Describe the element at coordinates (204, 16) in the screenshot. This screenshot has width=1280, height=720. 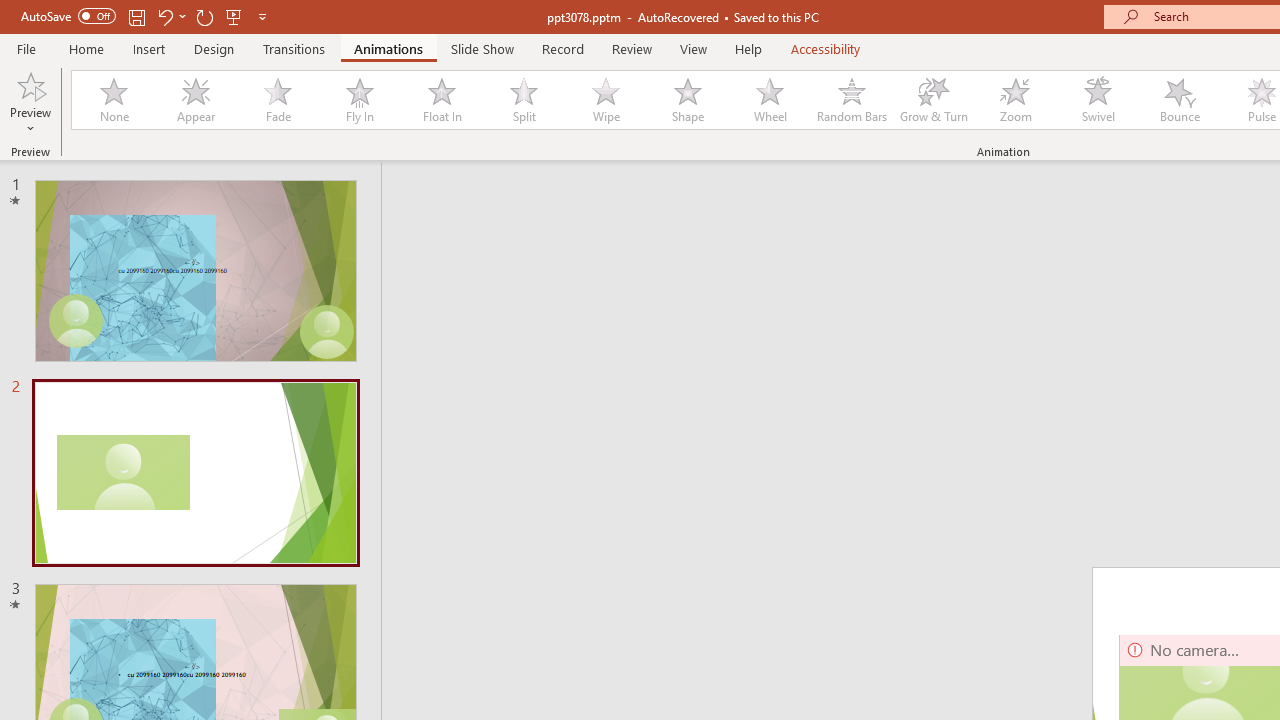
I see `'Redo'` at that location.